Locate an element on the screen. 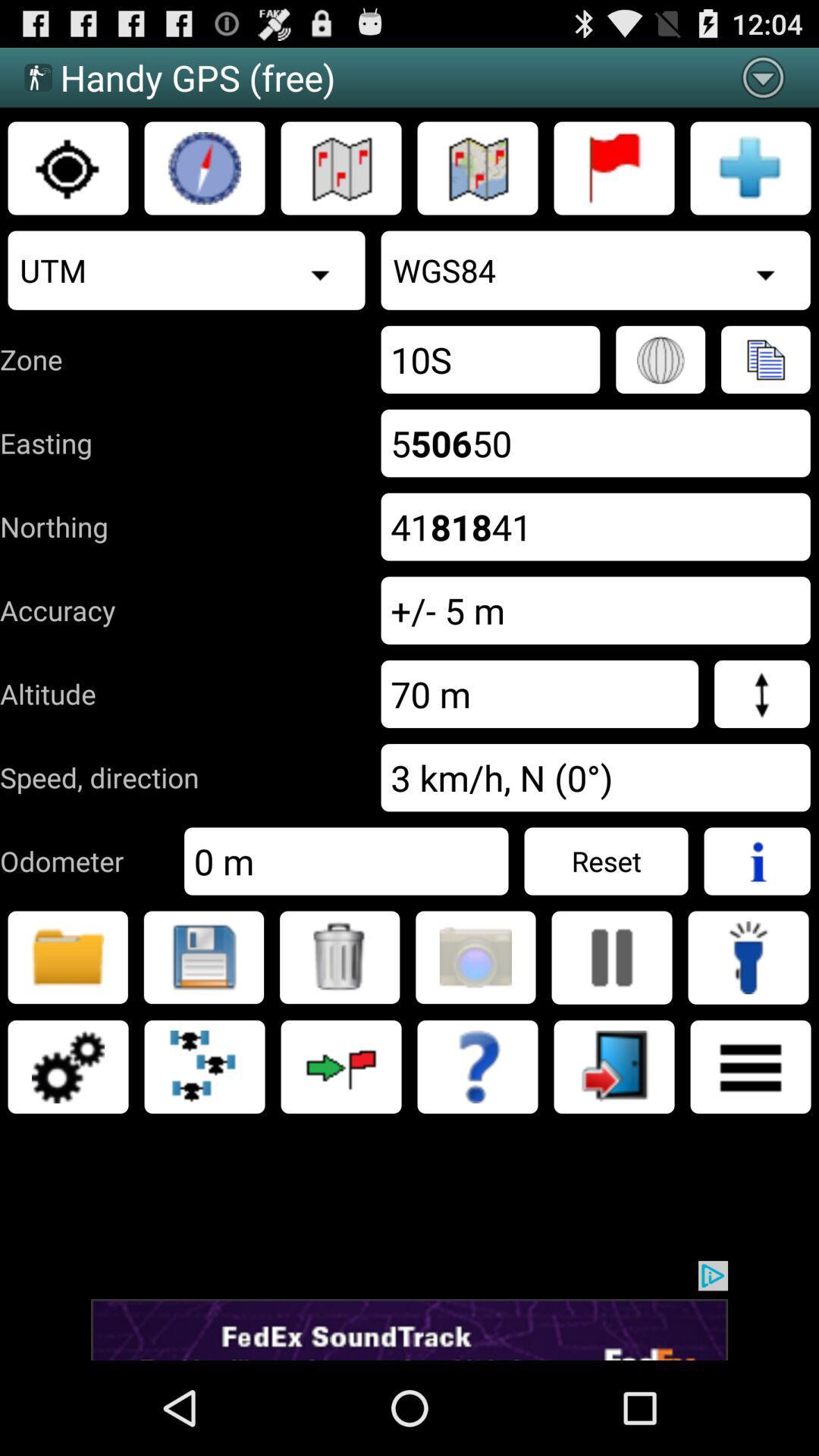 The width and height of the screenshot is (819, 1456). timing the option is located at coordinates (205, 168).